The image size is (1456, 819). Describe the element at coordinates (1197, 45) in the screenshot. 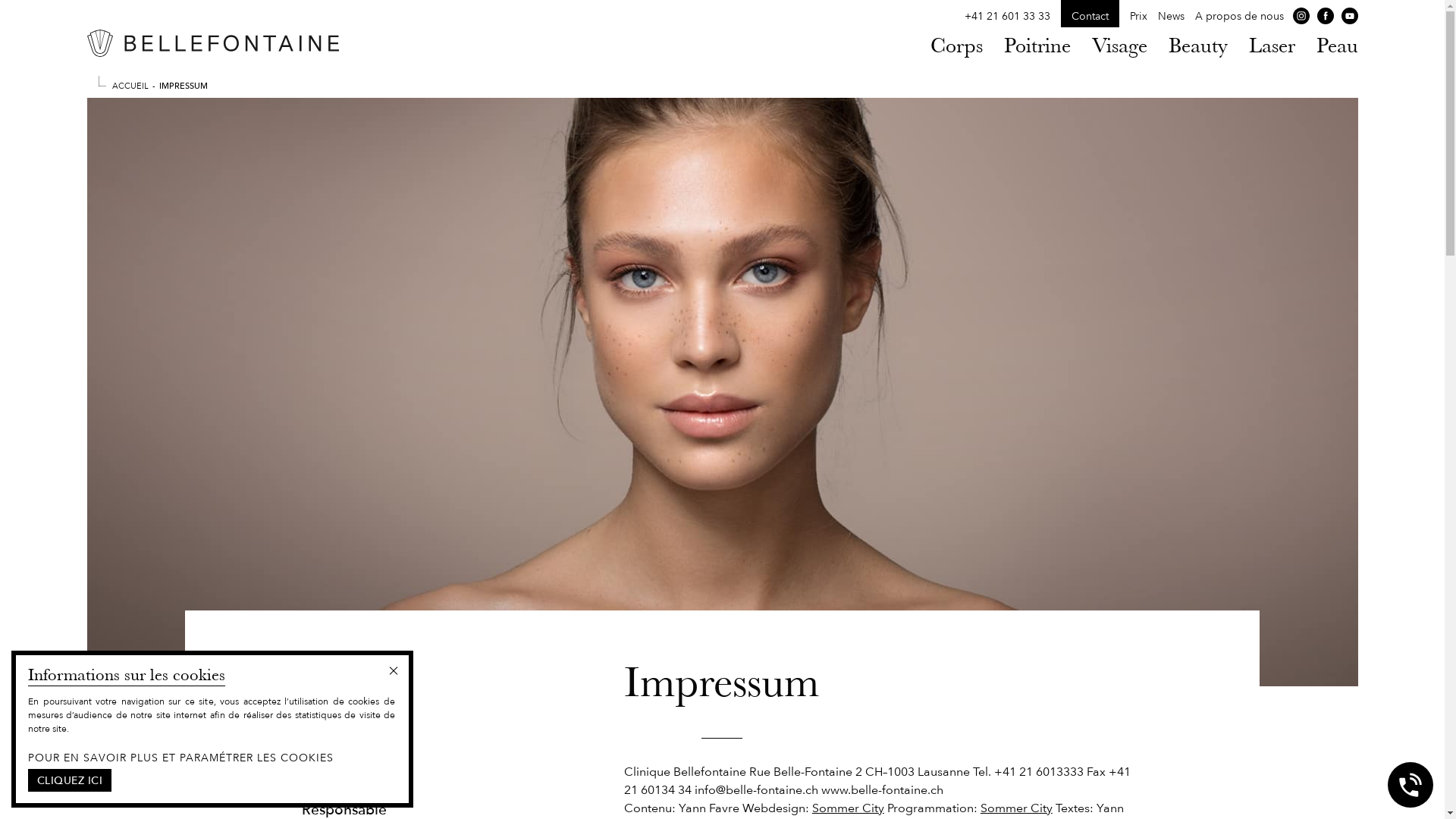

I see `'Beauty'` at that location.